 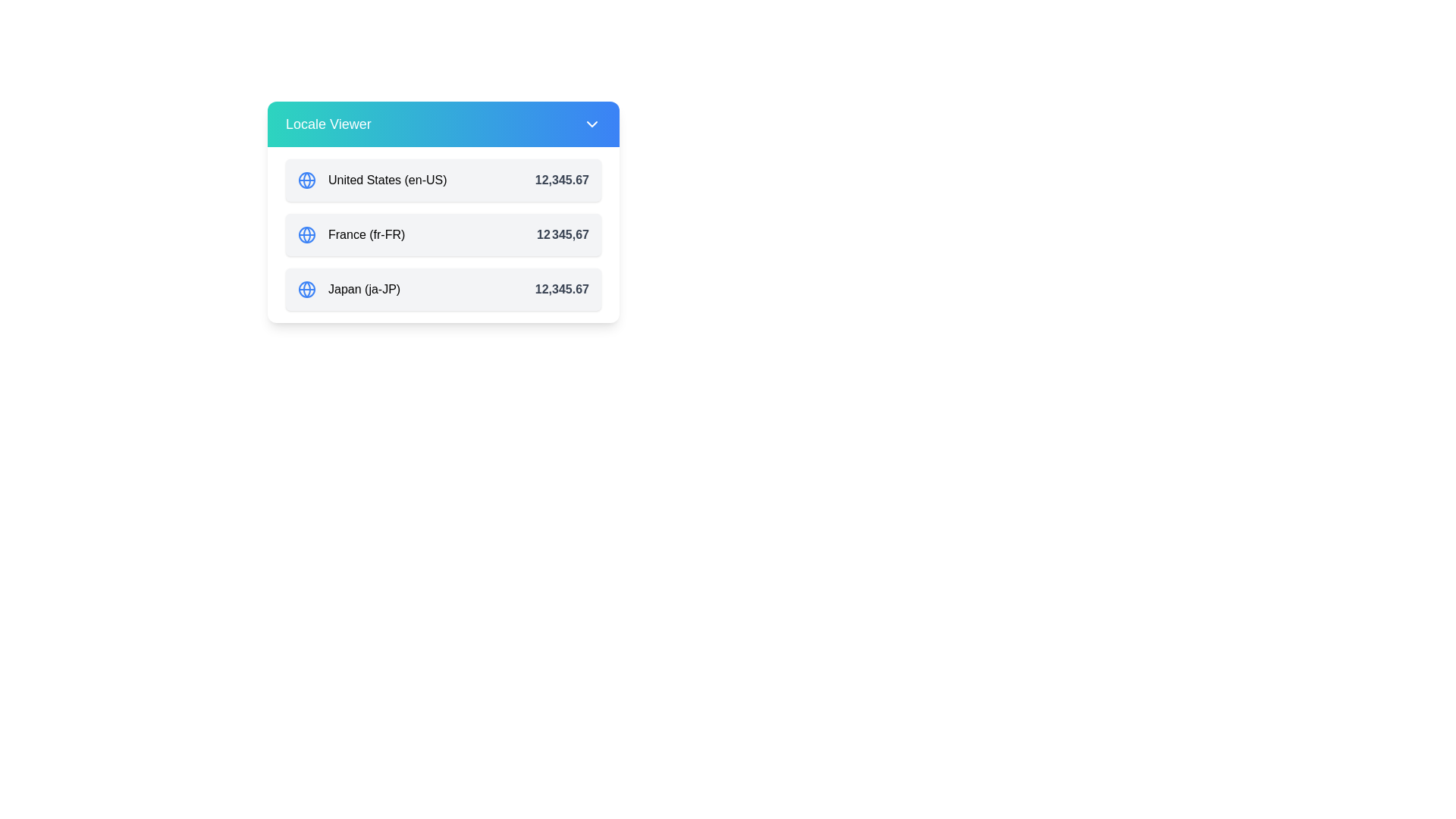 What do you see at coordinates (561, 180) in the screenshot?
I see `displayed numeric value '12,345.67' from the text label UI component, which is styled in bold gray and located to the right of 'United States (en-US)'` at bounding box center [561, 180].